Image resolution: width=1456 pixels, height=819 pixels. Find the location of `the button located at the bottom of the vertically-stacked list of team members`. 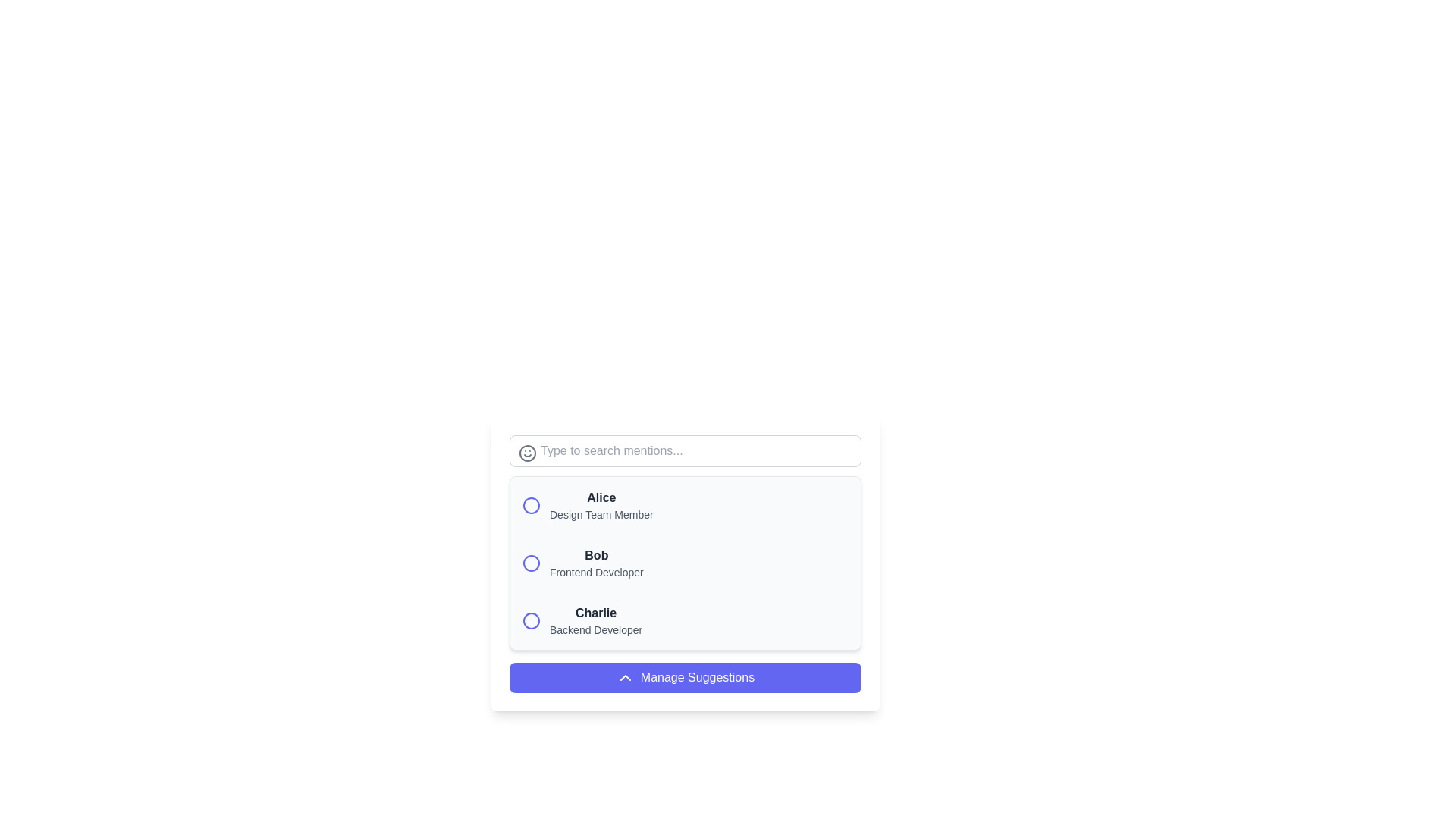

the button located at the bottom of the vertically-stacked list of team members is located at coordinates (684, 677).